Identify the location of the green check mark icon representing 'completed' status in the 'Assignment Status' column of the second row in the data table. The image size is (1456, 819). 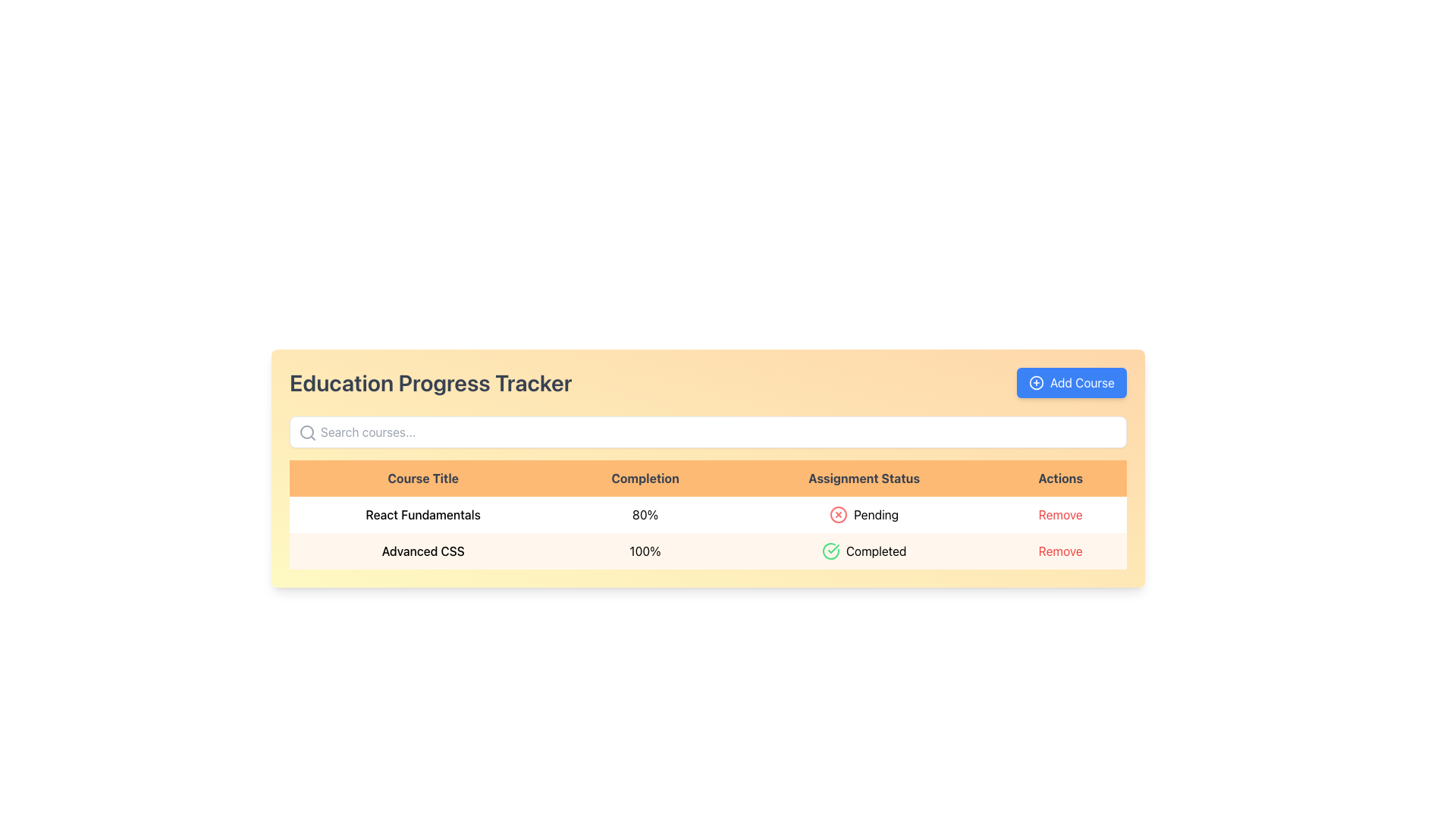
(833, 549).